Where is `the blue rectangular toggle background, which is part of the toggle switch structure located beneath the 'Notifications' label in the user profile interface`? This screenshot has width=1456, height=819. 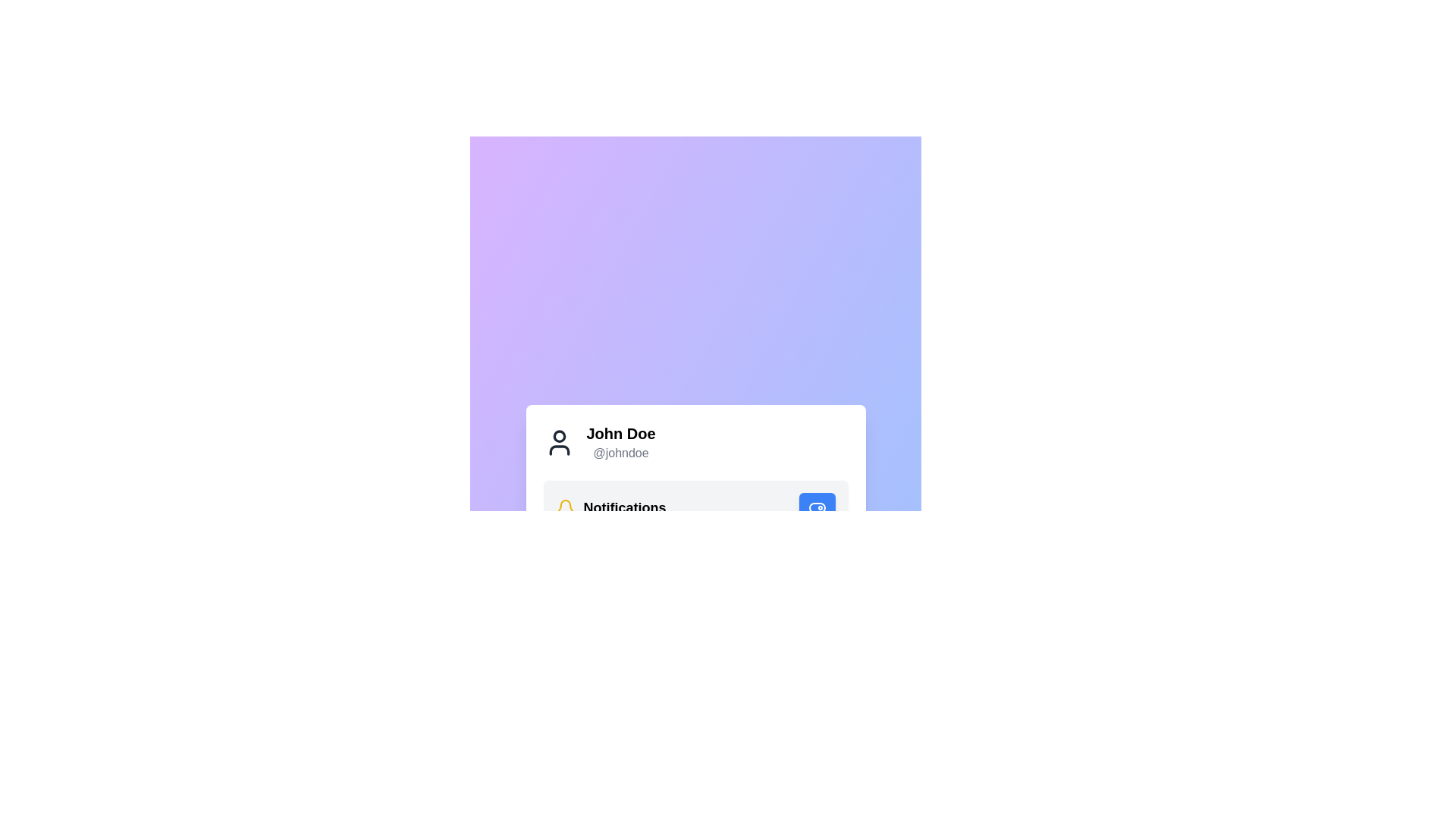 the blue rectangular toggle background, which is part of the toggle switch structure located beneath the 'Notifications' label in the user profile interface is located at coordinates (816, 508).